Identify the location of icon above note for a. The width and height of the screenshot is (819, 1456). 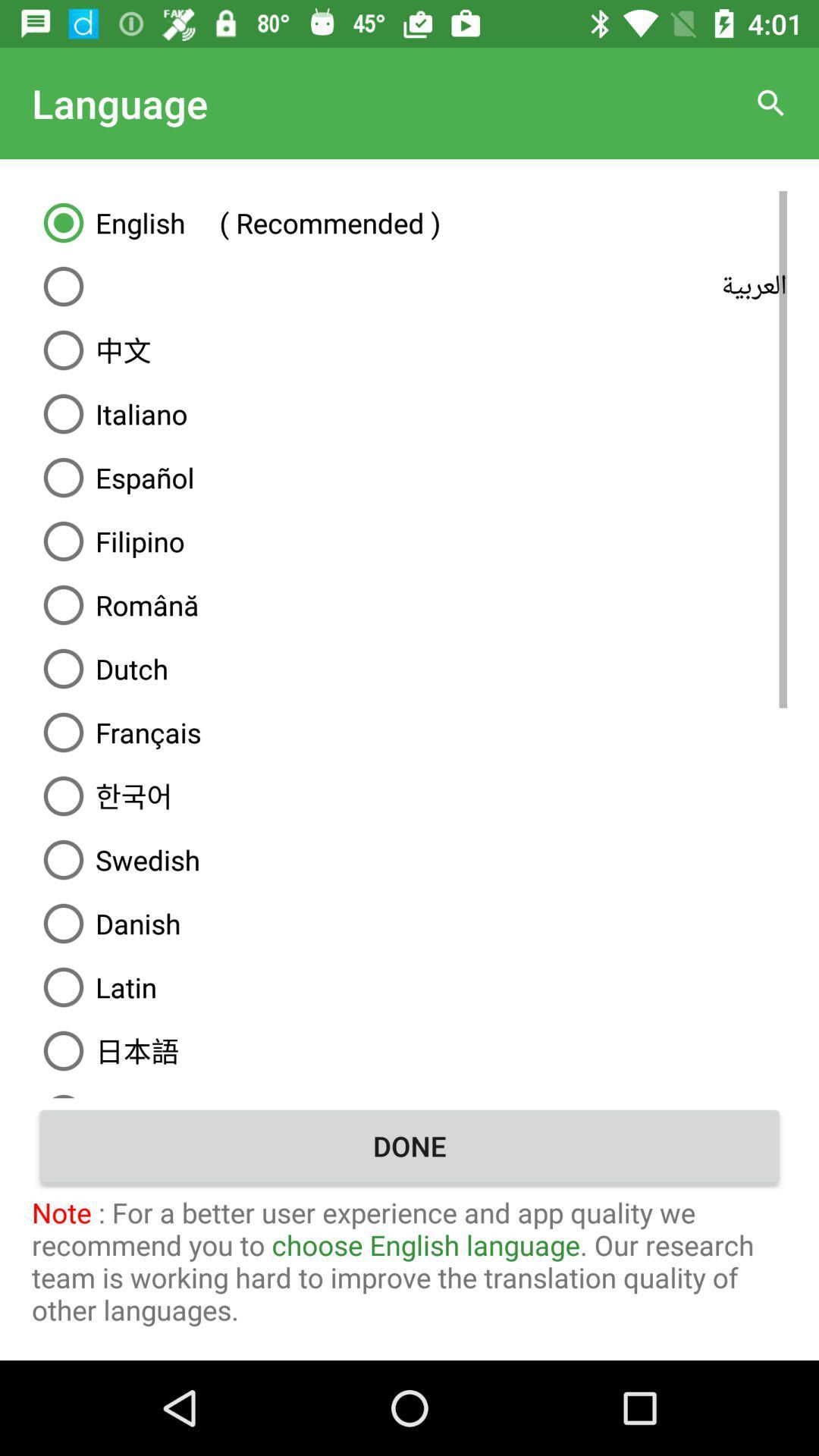
(409, 1146).